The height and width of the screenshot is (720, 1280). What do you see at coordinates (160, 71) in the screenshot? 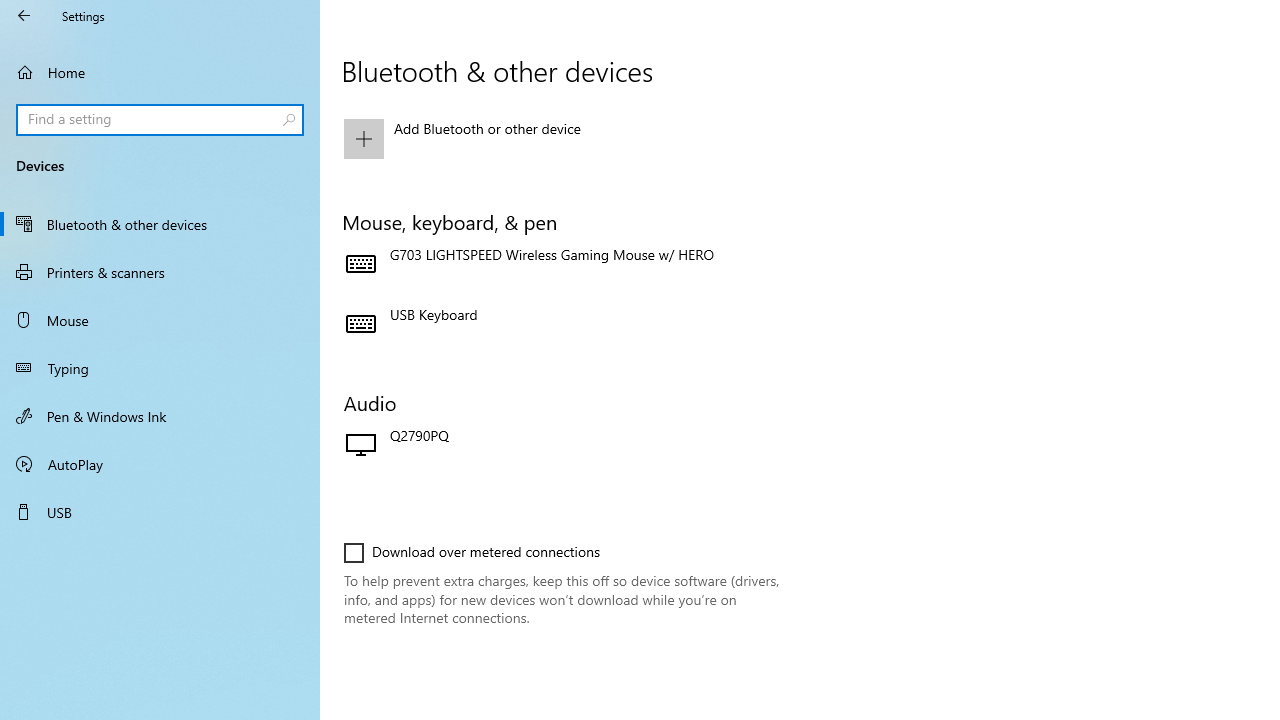
I see `'Home'` at bounding box center [160, 71].